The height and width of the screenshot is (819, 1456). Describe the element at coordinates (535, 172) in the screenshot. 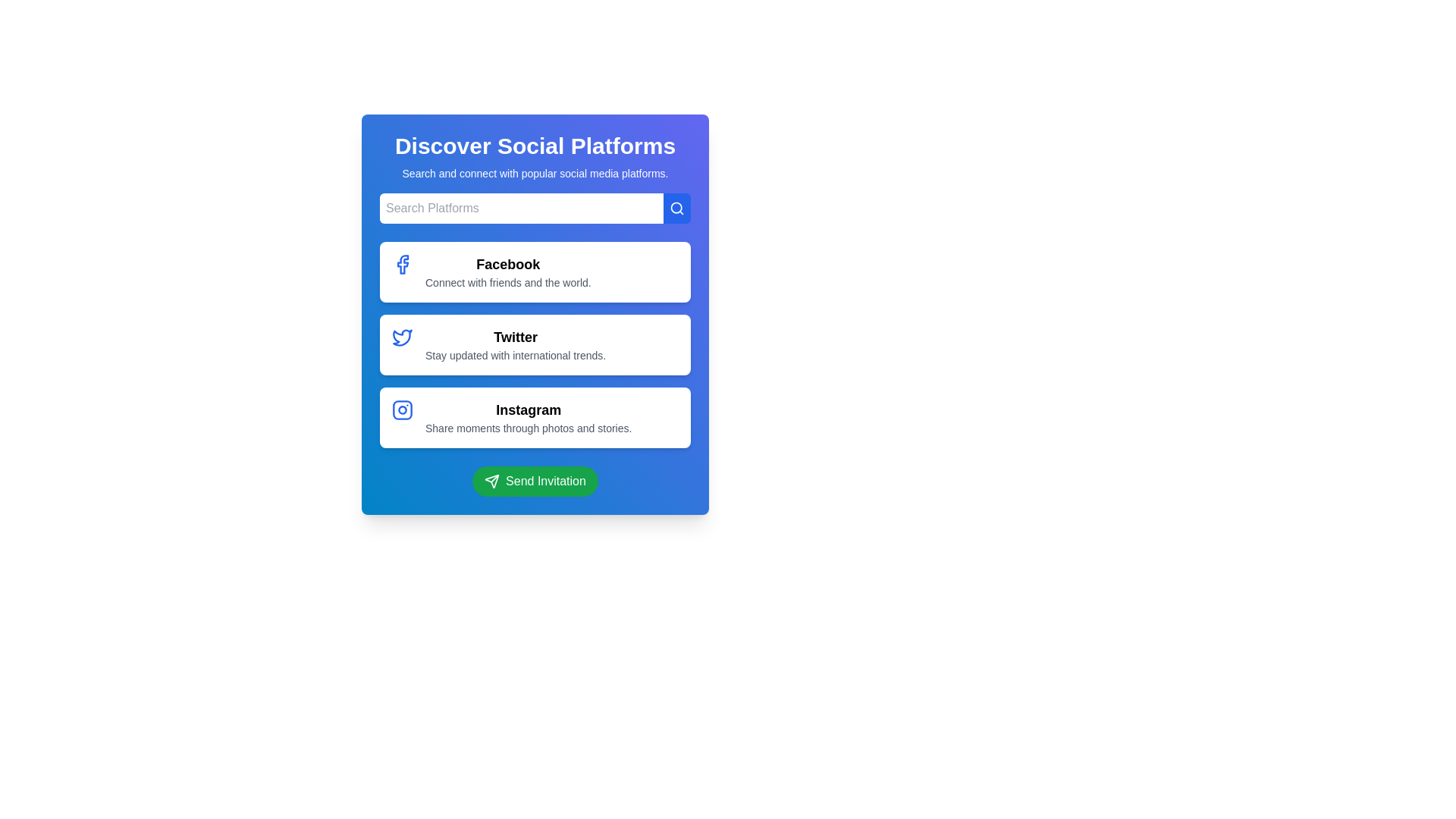

I see `the text label that contains 'Search and connect with popular social media platforms.' which is located beneath the title 'Discover Social Platforms' and above the search bar` at that location.